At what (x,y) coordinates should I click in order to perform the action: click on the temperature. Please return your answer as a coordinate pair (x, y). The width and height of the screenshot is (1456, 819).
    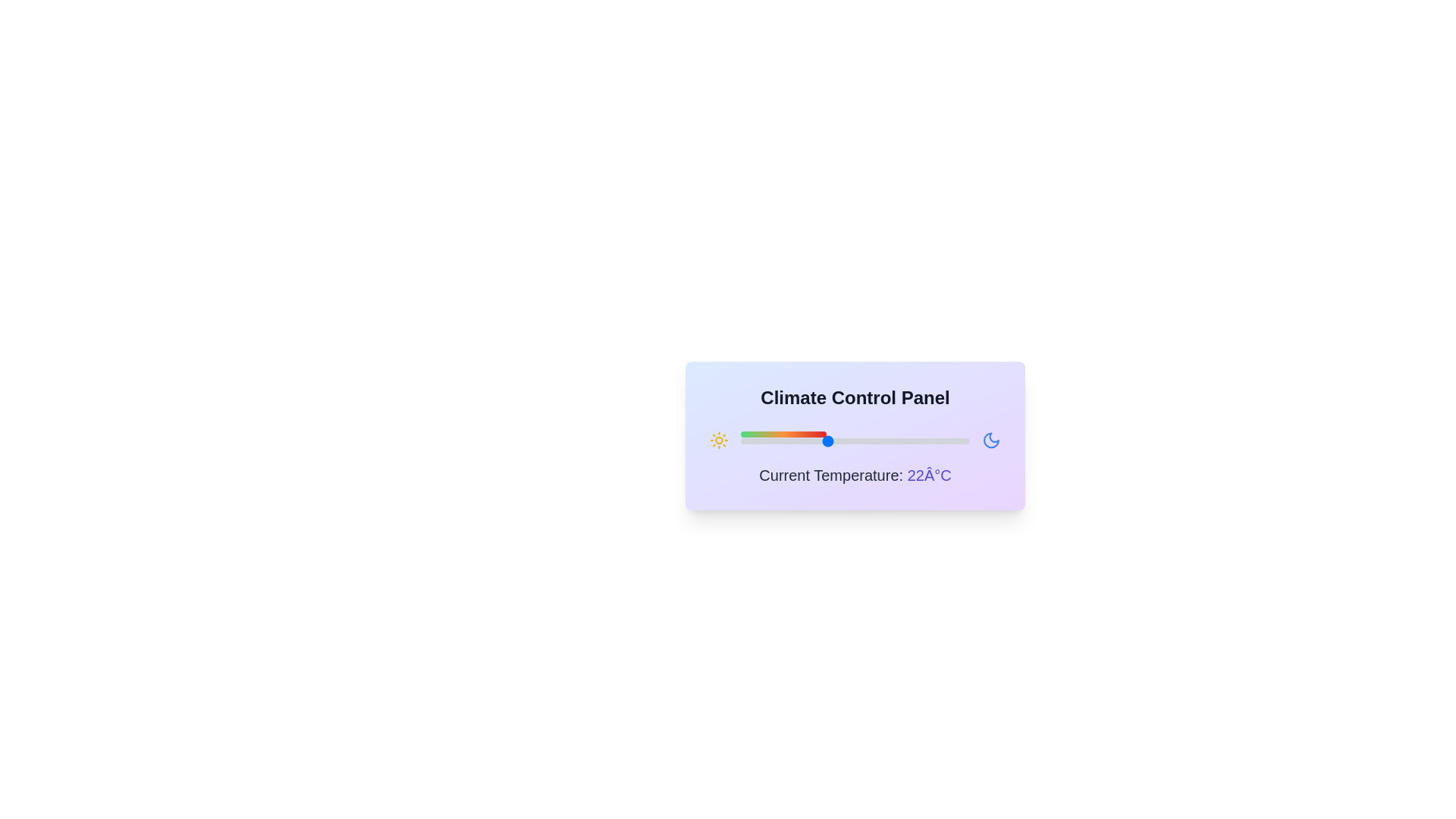
    Looking at the image, I should click on (741, 441).